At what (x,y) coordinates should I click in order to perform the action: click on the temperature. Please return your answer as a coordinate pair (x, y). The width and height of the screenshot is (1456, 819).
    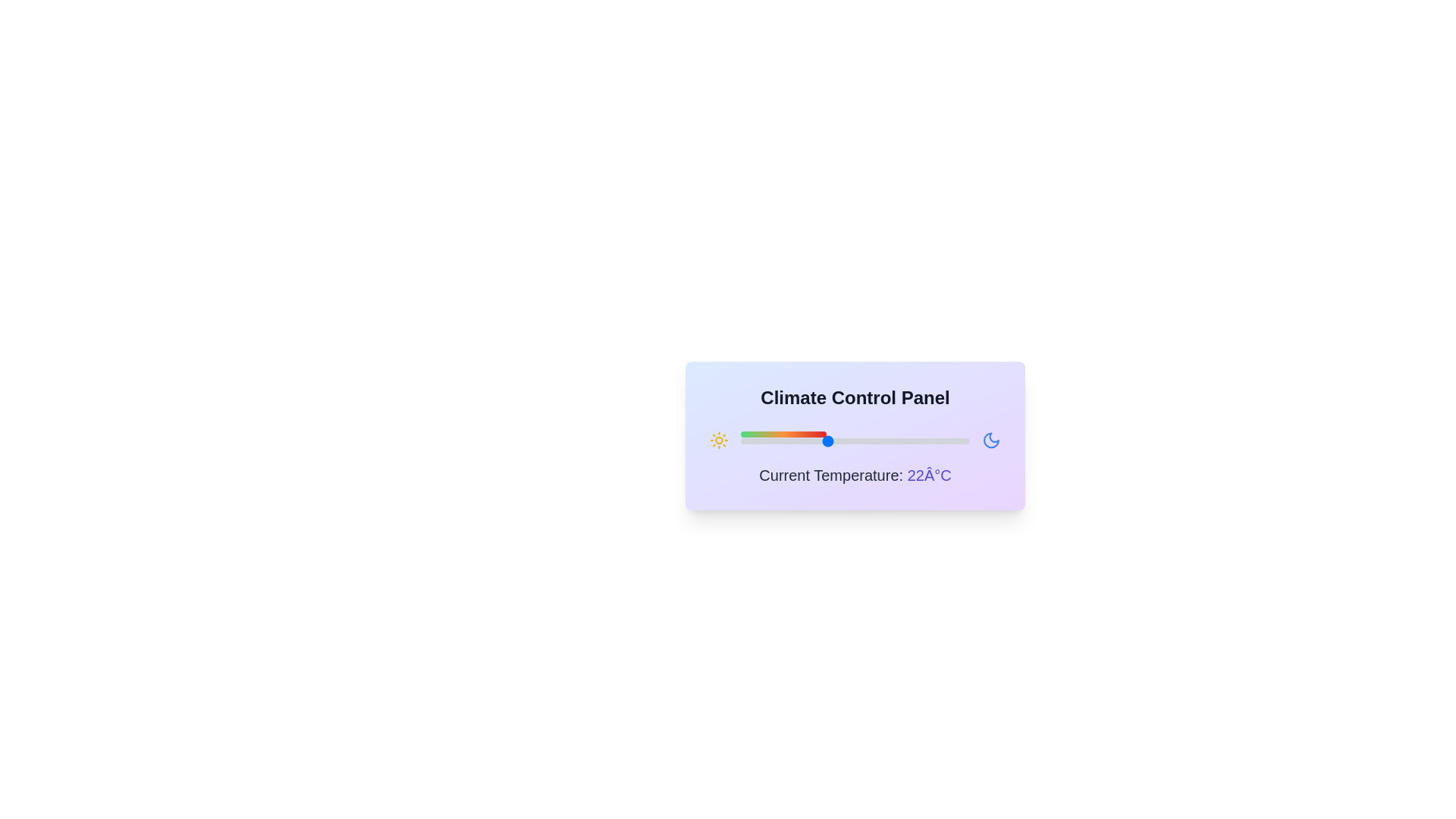
    Looking at the image, I should click on (741, 441).